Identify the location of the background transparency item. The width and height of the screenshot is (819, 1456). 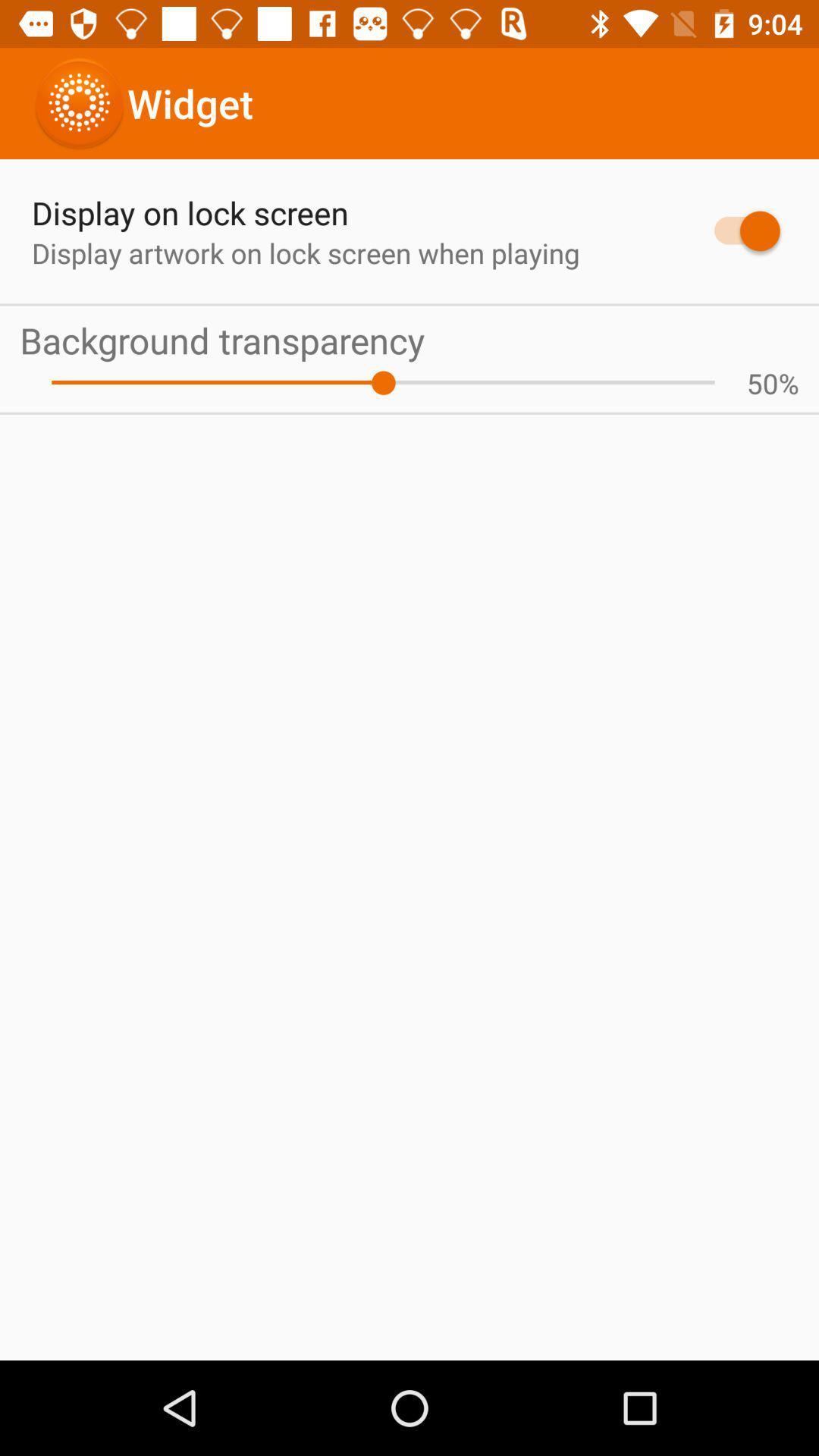
(409, 339).